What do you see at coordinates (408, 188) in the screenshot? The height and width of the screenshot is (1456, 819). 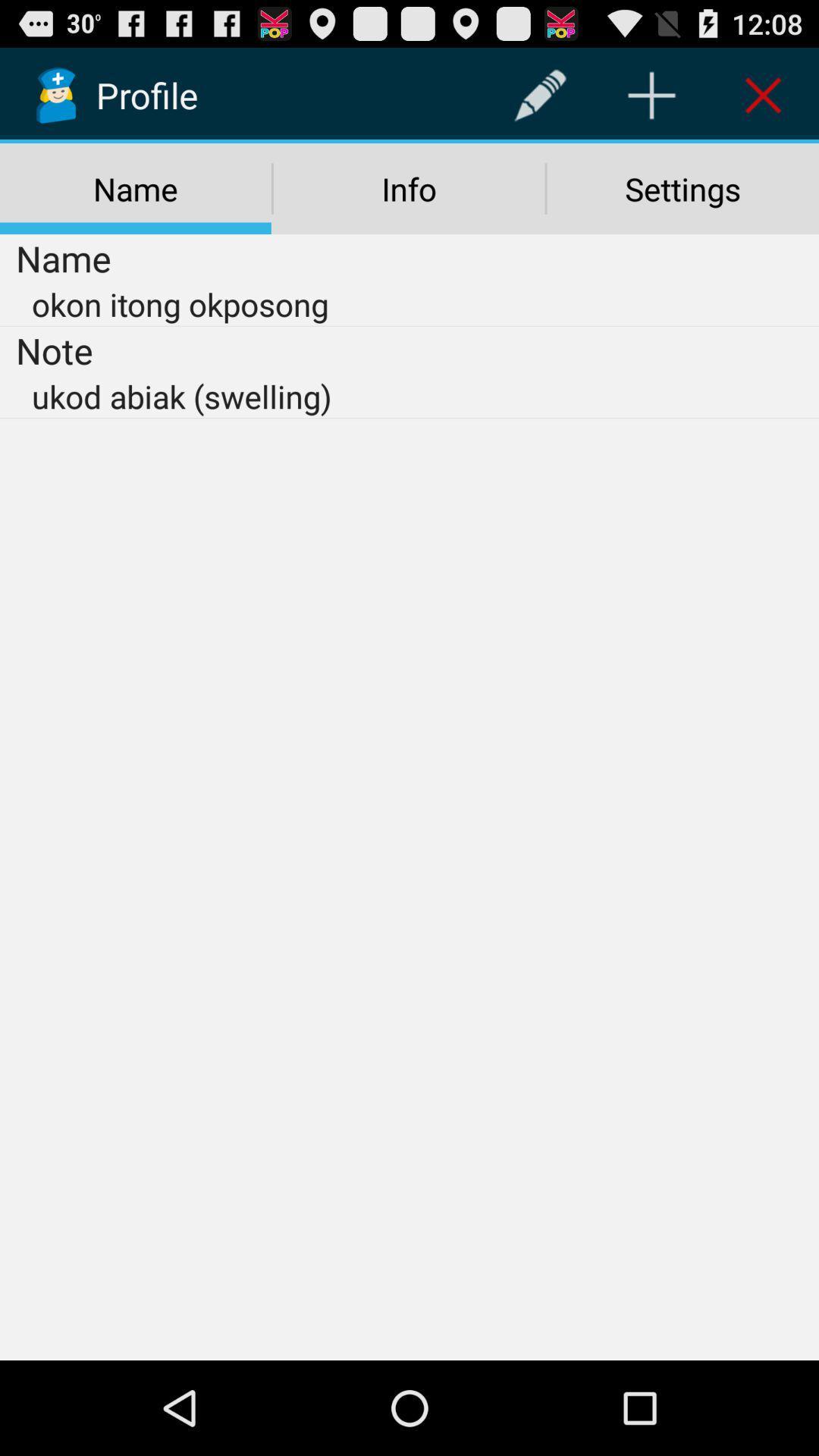 I see `the icon above the okon itong okposong item` at bounding box center [408, 188].